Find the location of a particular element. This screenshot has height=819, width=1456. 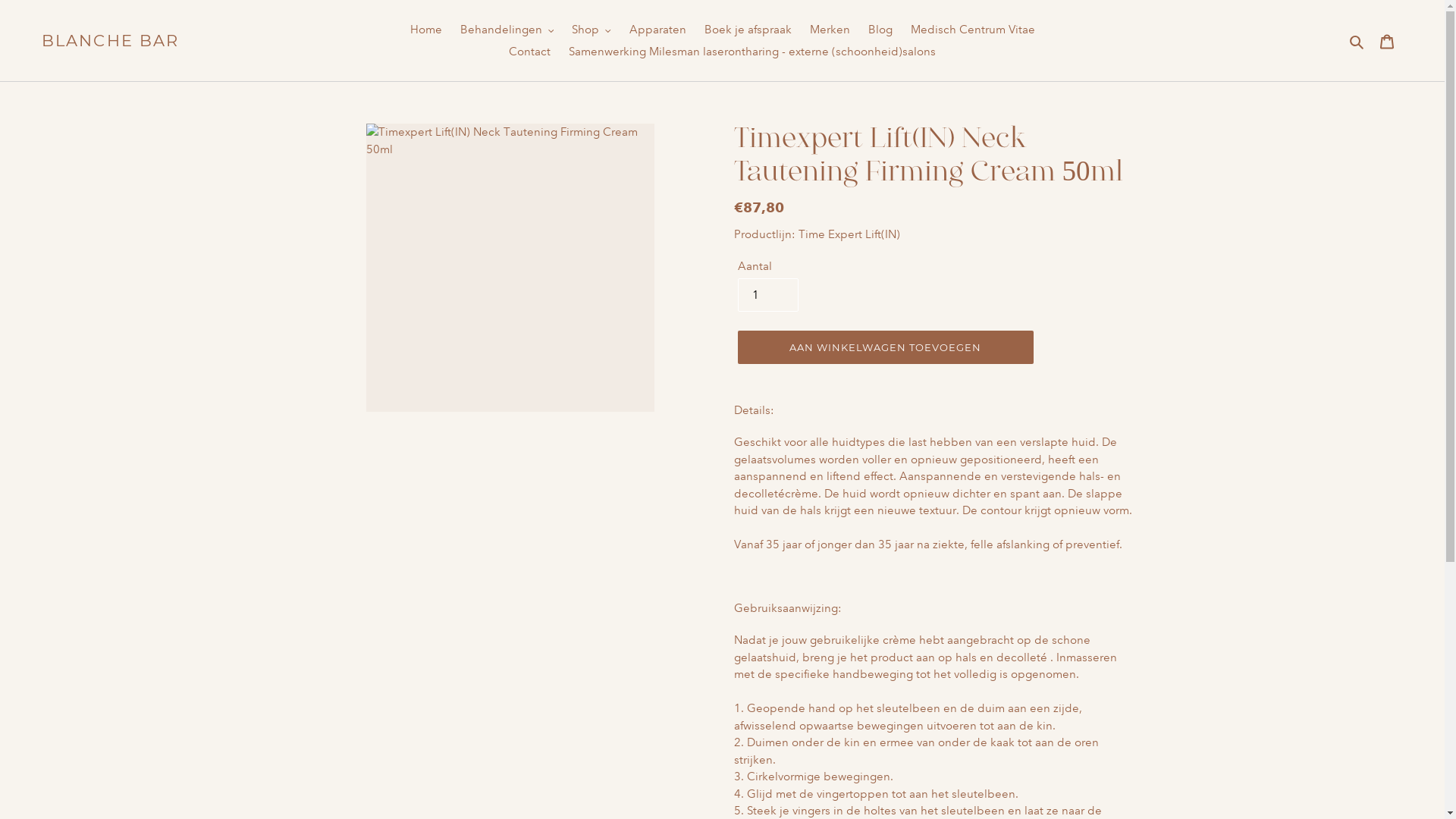

'Merken' is located at coordinates (829, 30).